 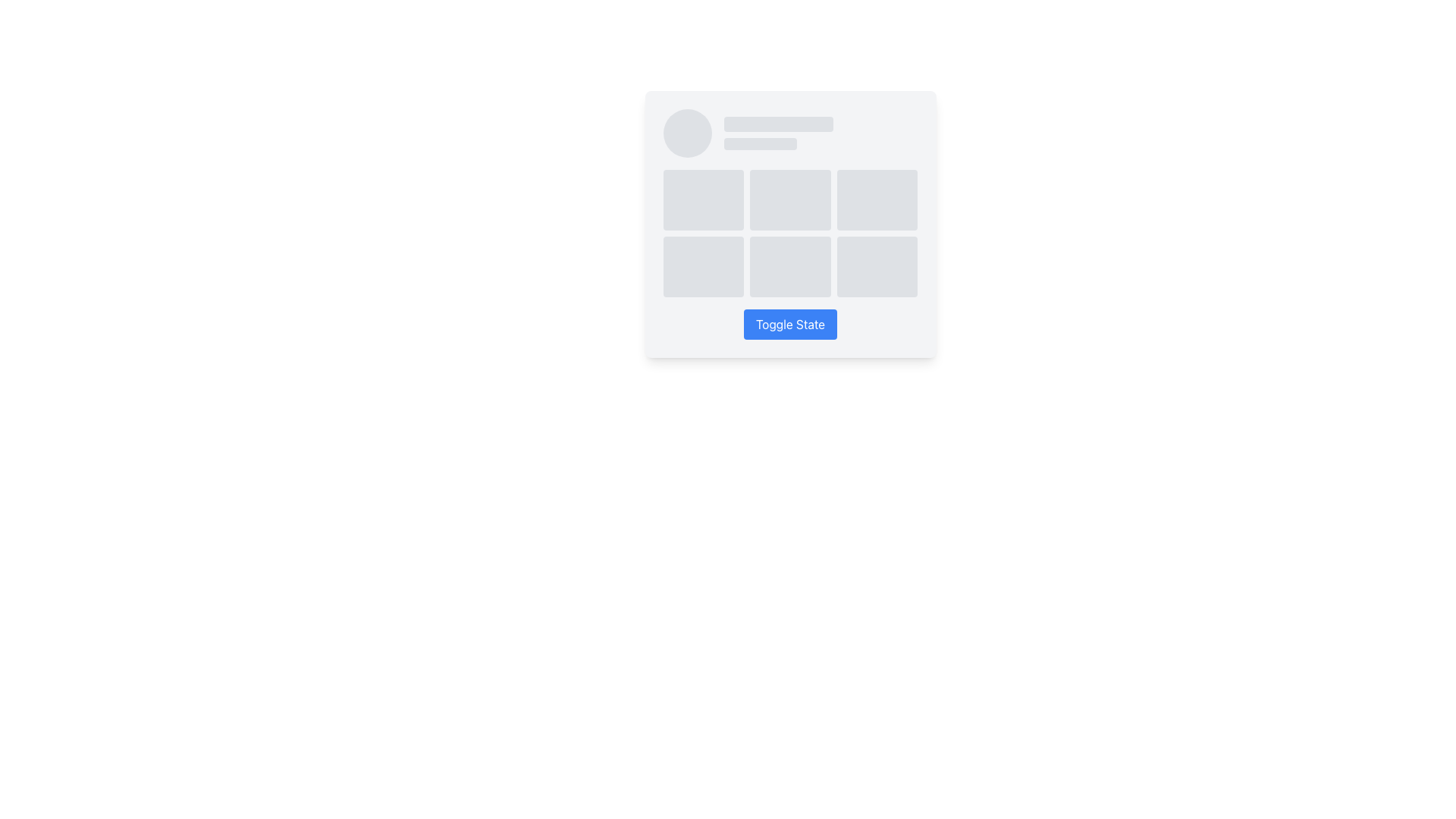 What do you see at coordinates (877, 265) in the screenshot?
I see `the loading indicator placeholder located in the bottom-right corner of a 3x2 grid structure, which indicates a loading state for content` at bounding box center [877, 265].